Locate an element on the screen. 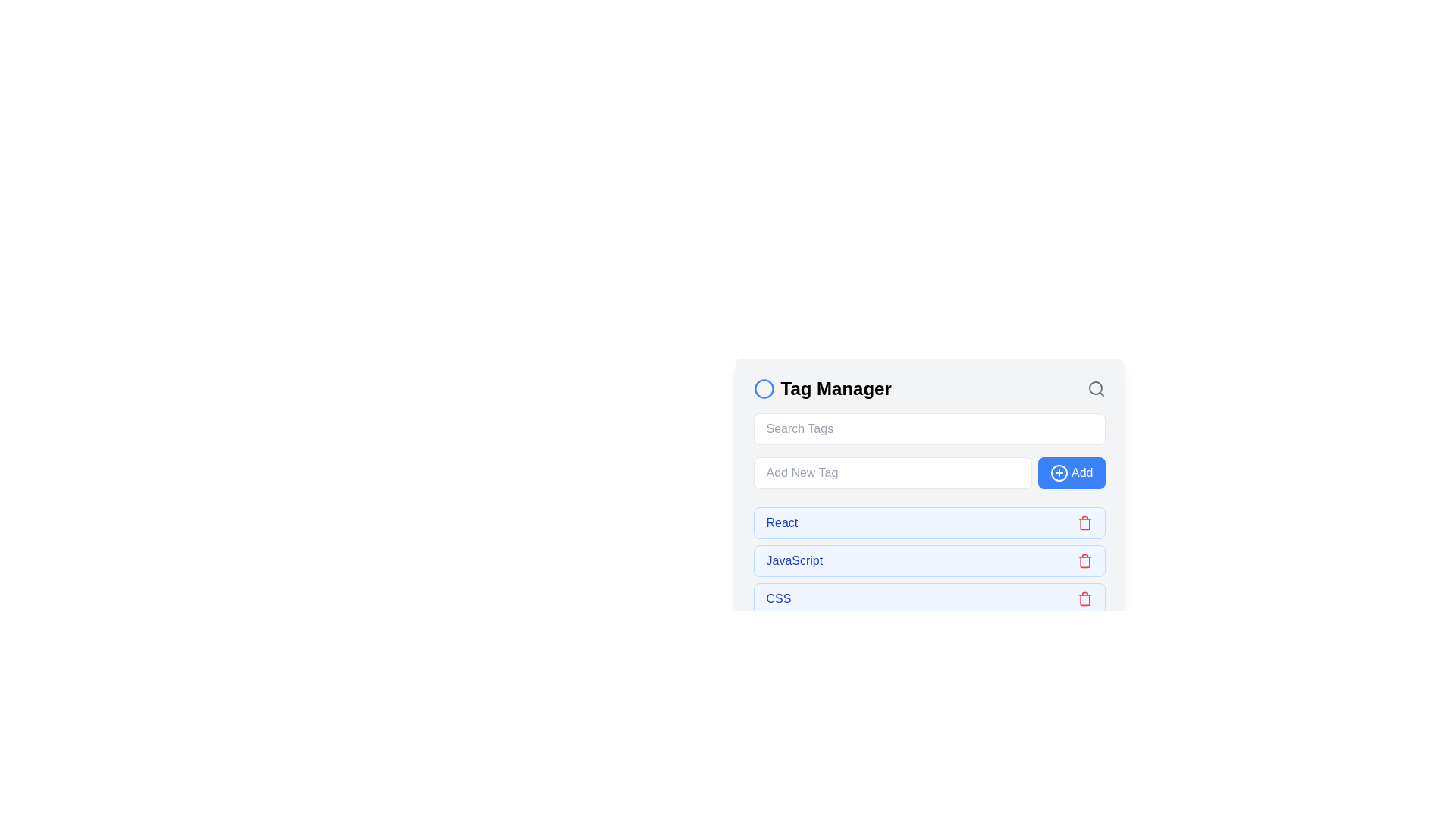 Image resolution: width=1456 pixels, height=819 pixels. the circular icon component within the SVG group that visually contributes to the search button in the top-right corner of the interface is located at coordinates (1095, 388).